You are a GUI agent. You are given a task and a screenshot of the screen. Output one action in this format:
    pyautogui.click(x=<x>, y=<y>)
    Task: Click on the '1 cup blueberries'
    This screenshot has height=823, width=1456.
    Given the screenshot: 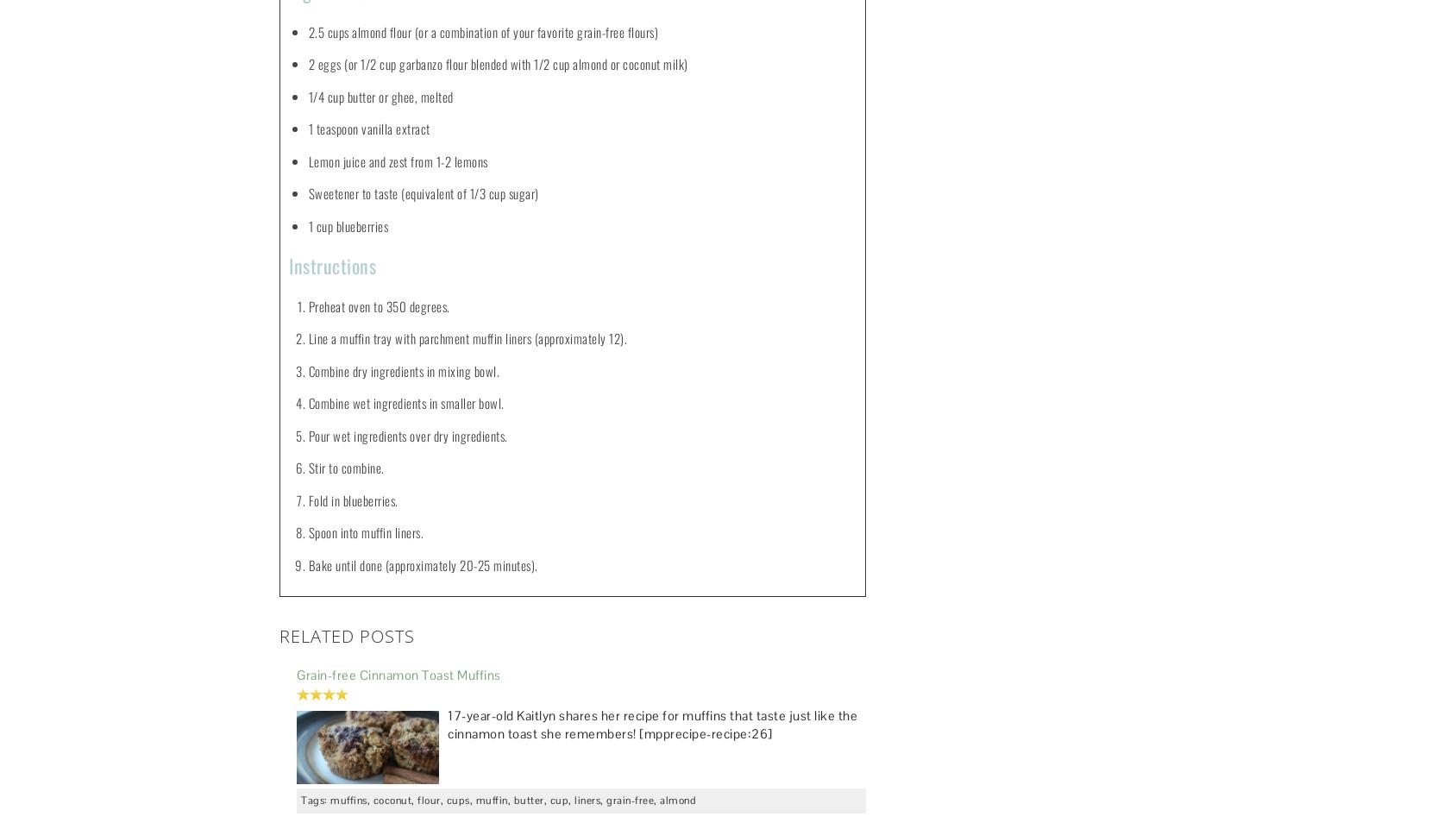 What is the action you would take?
    pyautogui.click(x=348, y=225)
    